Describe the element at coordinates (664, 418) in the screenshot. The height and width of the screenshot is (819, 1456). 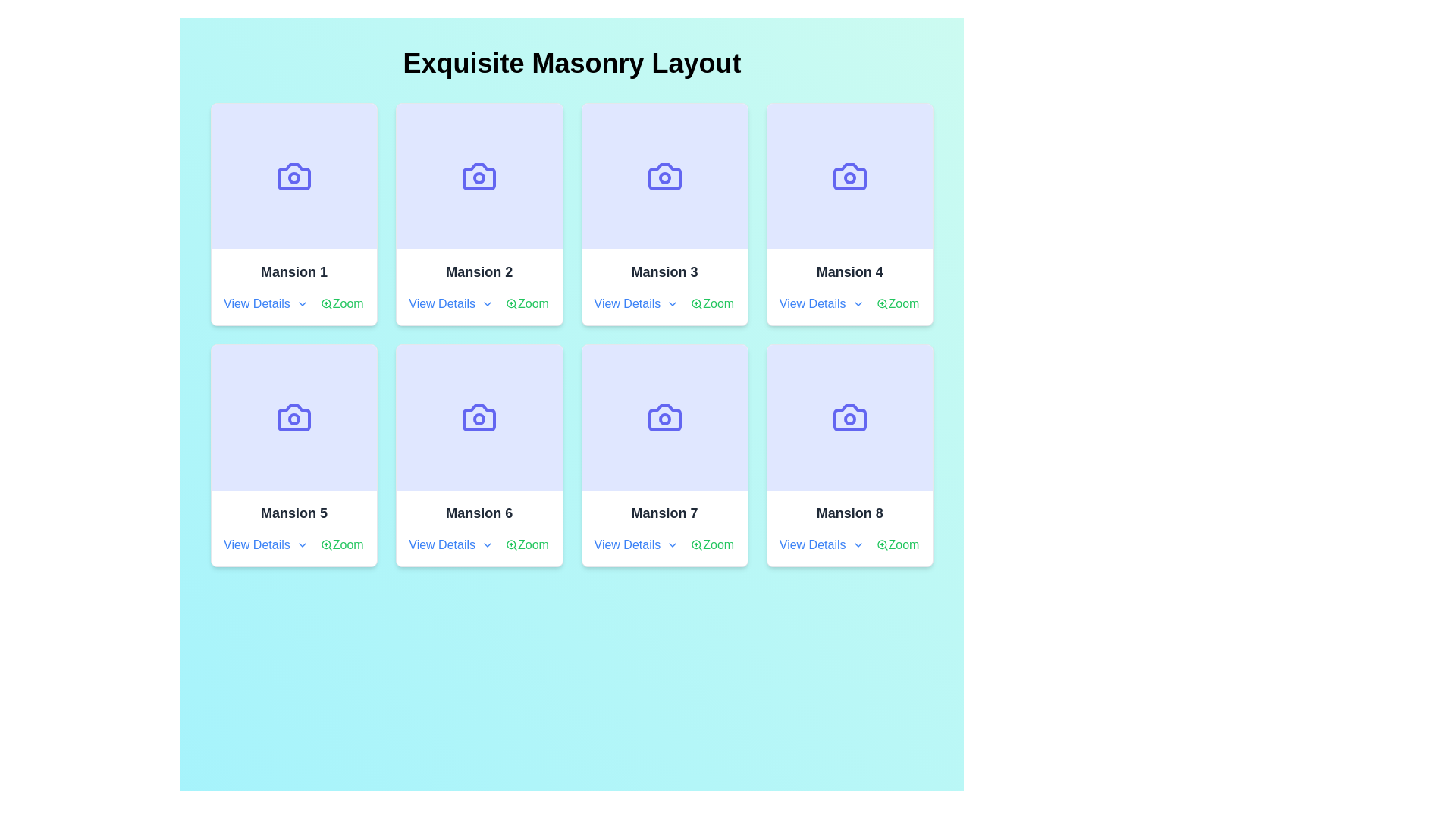
I see `the decorative part of the camera icon within the tile labeled 'Mansion 7', located in the second row and third column of the grid layout` at that location.